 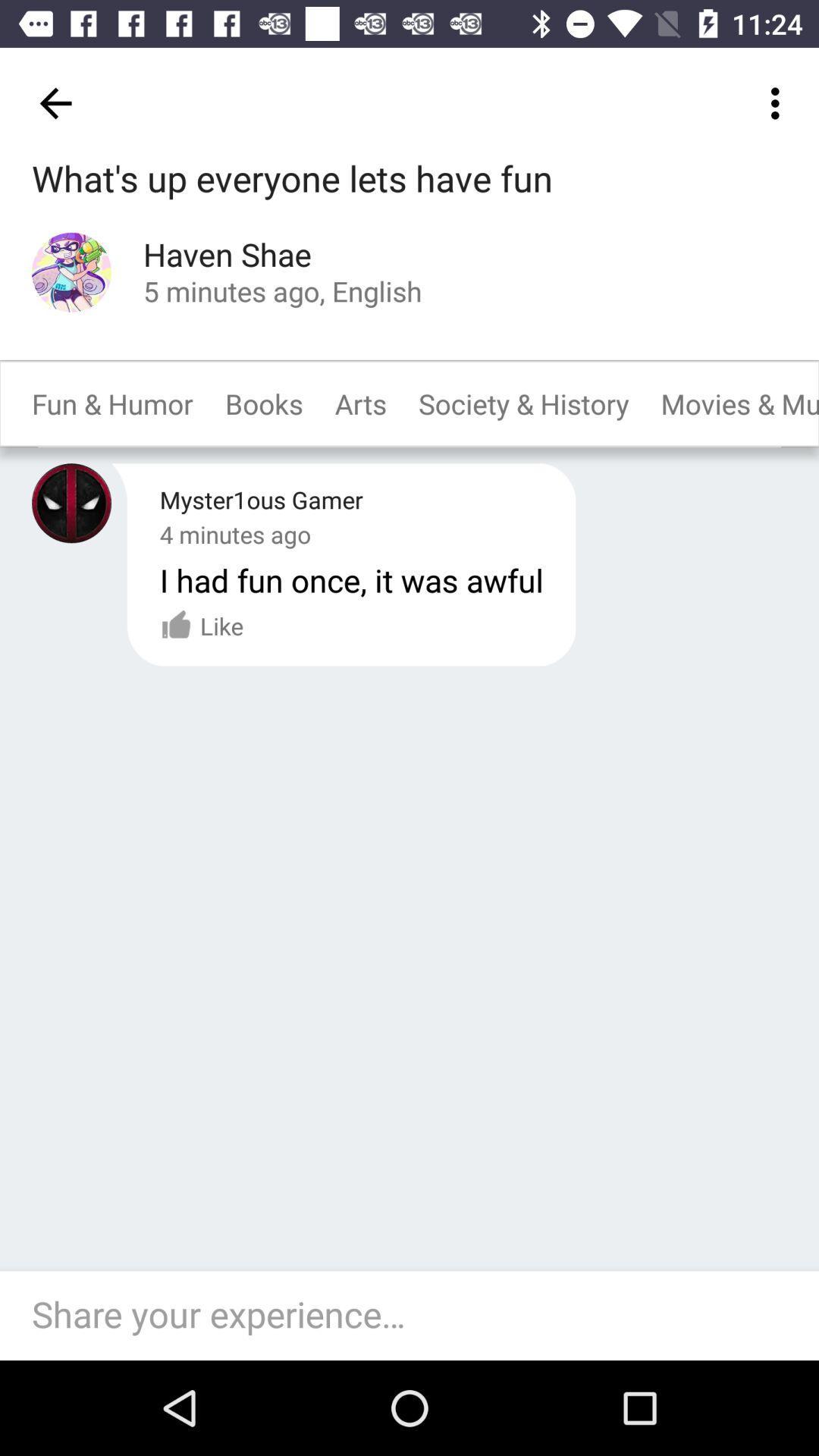 What do you see at coordinates (71, 272) in the screenshot?
I see `profile` at bounding box center [71, 272].